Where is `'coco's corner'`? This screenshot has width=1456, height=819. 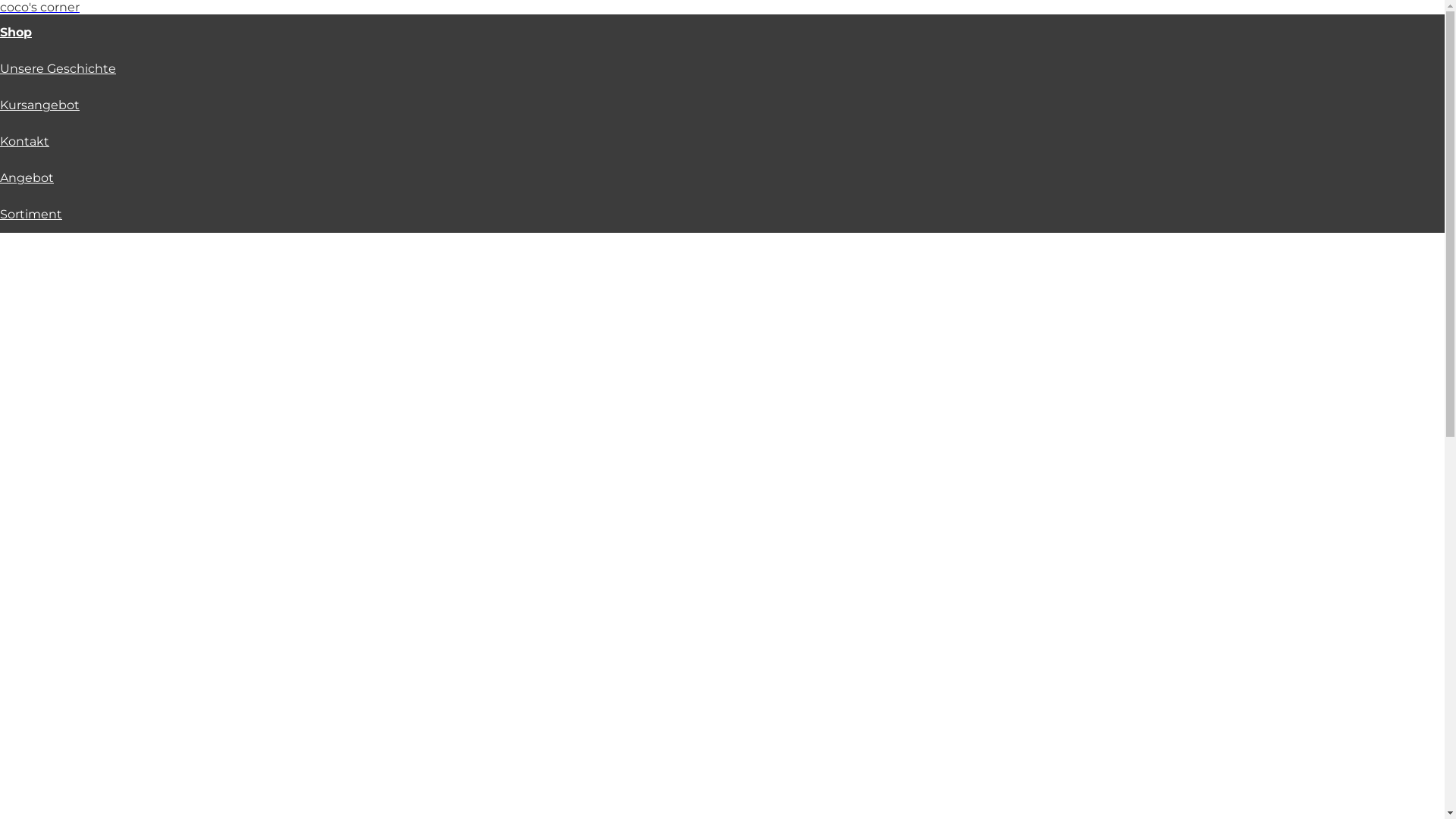 'coco's corner' is located at coordinates (39, 7).